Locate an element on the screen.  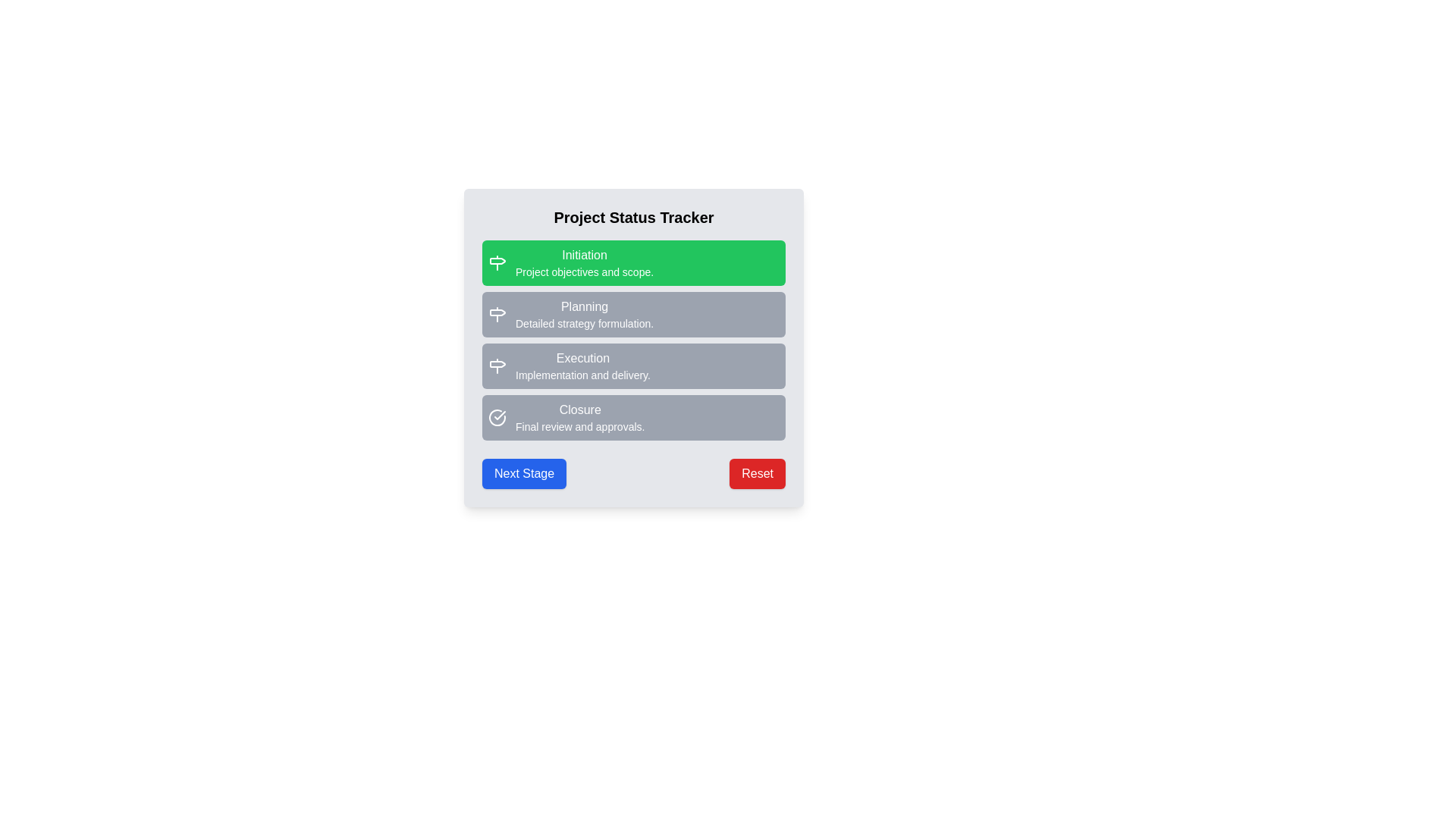
the small white milestone marker icon, which is enclosed in a gray button-like component and located to the left of the 'Planning' button is located at coordinates (497, 314).